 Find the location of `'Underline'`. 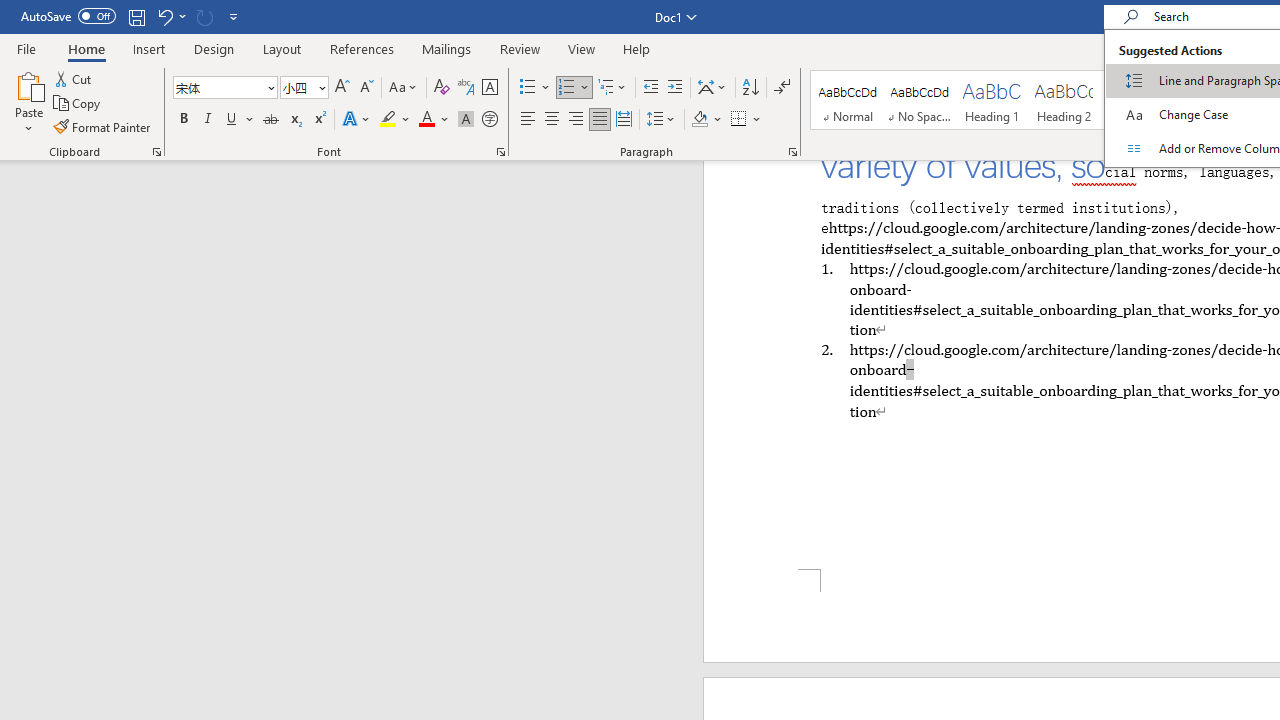

'Underline' is located at coordinates (240, 119).